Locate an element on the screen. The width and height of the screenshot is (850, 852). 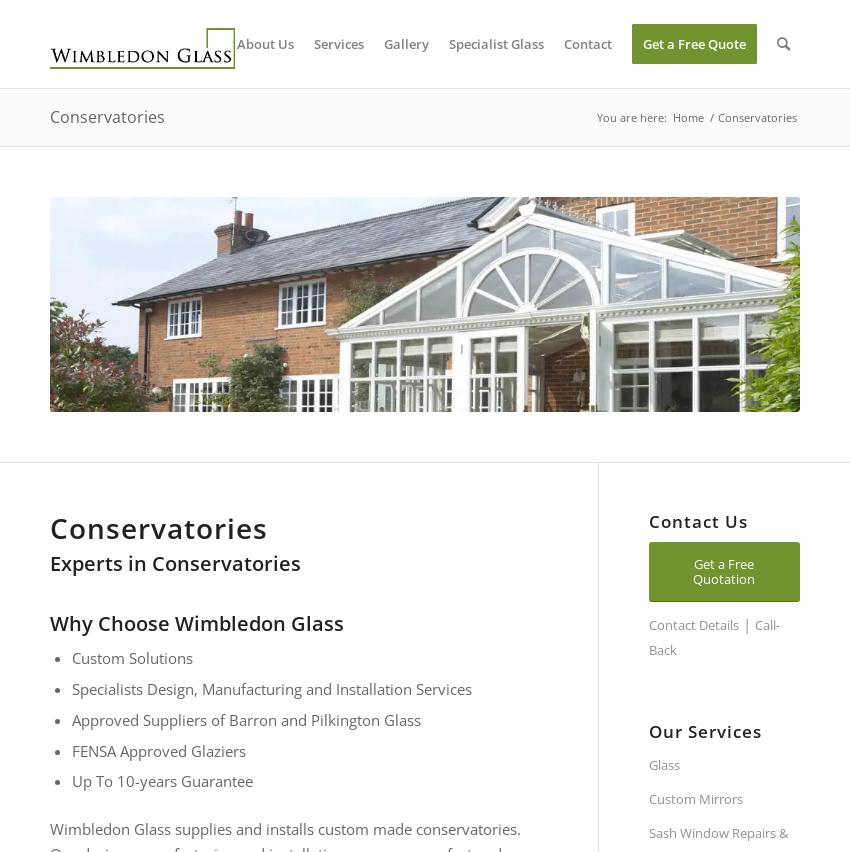
'Contact Details' is located at coordinates (692, 624).